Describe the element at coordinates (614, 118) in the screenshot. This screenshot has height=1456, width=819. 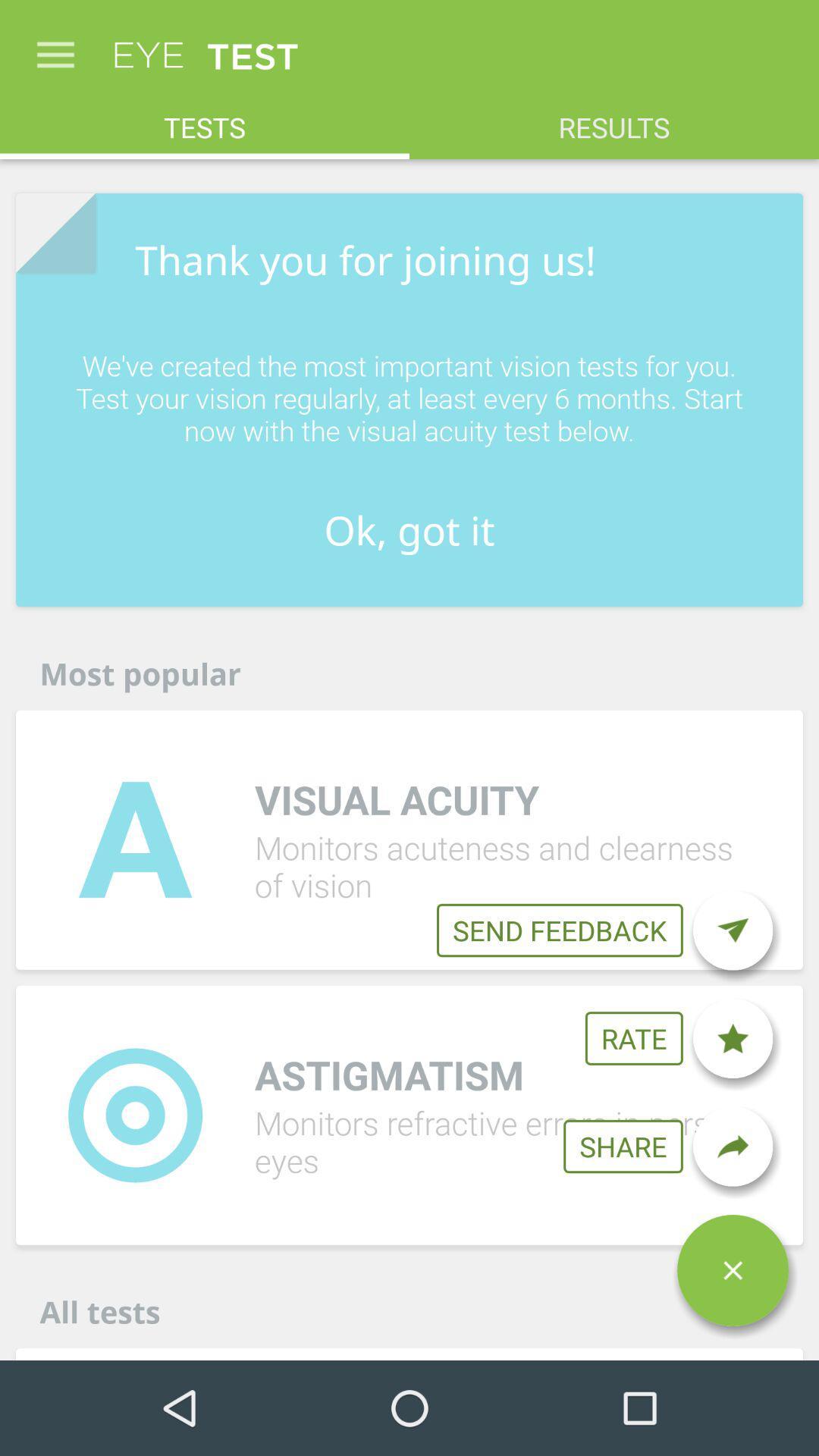
I see `item next to tests` at that location.